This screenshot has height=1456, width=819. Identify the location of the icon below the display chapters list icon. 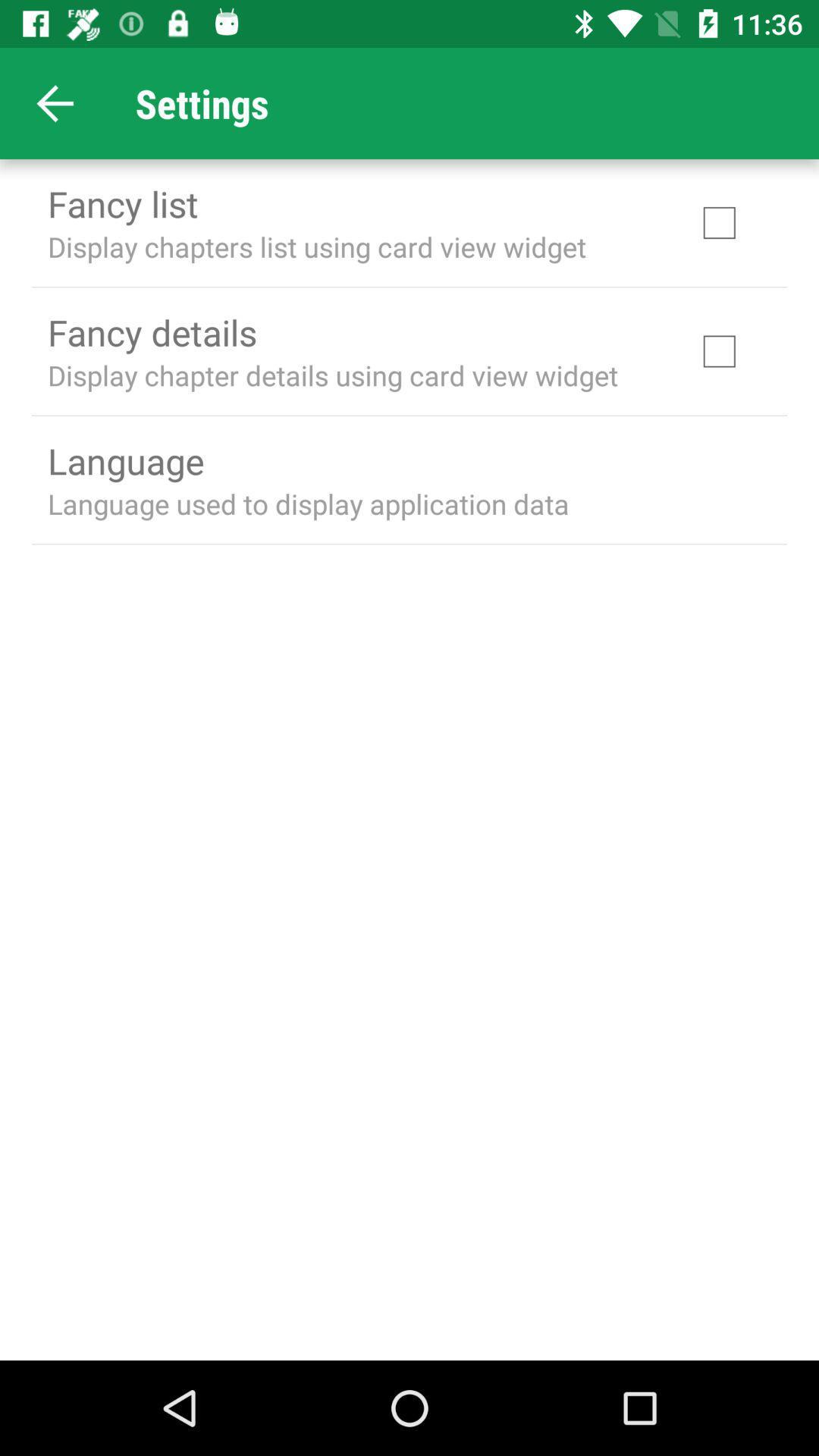
(152, 331).